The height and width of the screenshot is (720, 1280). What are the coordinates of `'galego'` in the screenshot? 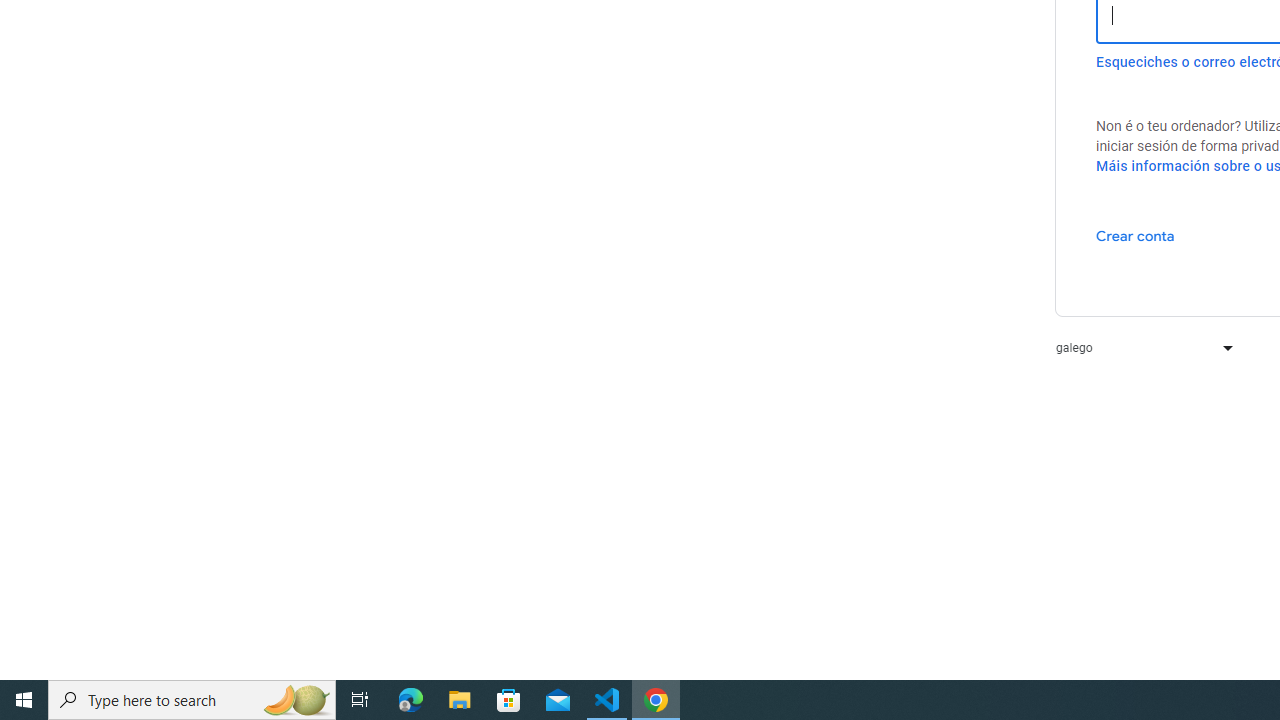 It's located at (1139, 346).